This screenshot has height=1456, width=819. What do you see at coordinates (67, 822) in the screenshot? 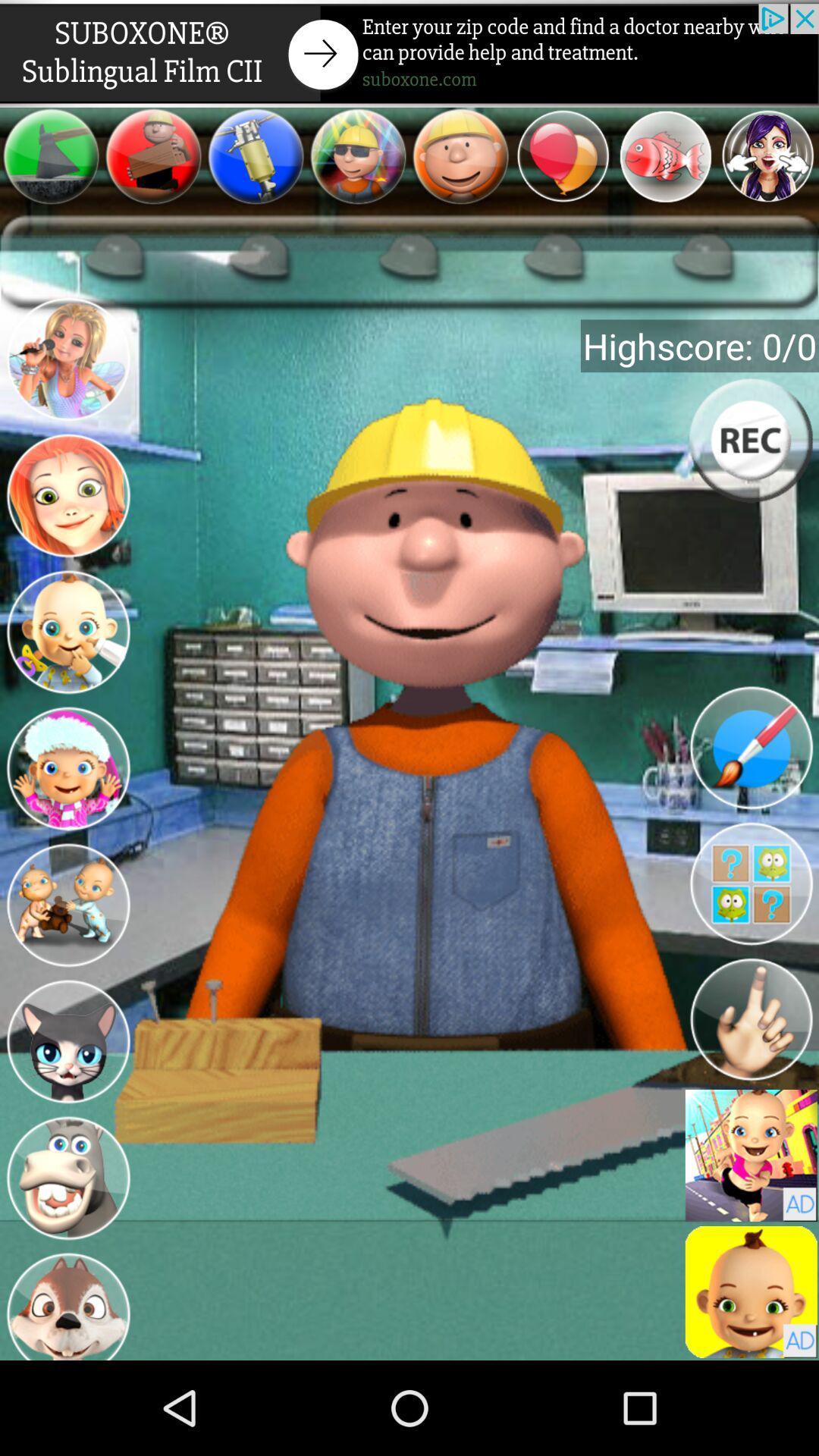
I see `the avatar icon` at bounding box center [67, 822].